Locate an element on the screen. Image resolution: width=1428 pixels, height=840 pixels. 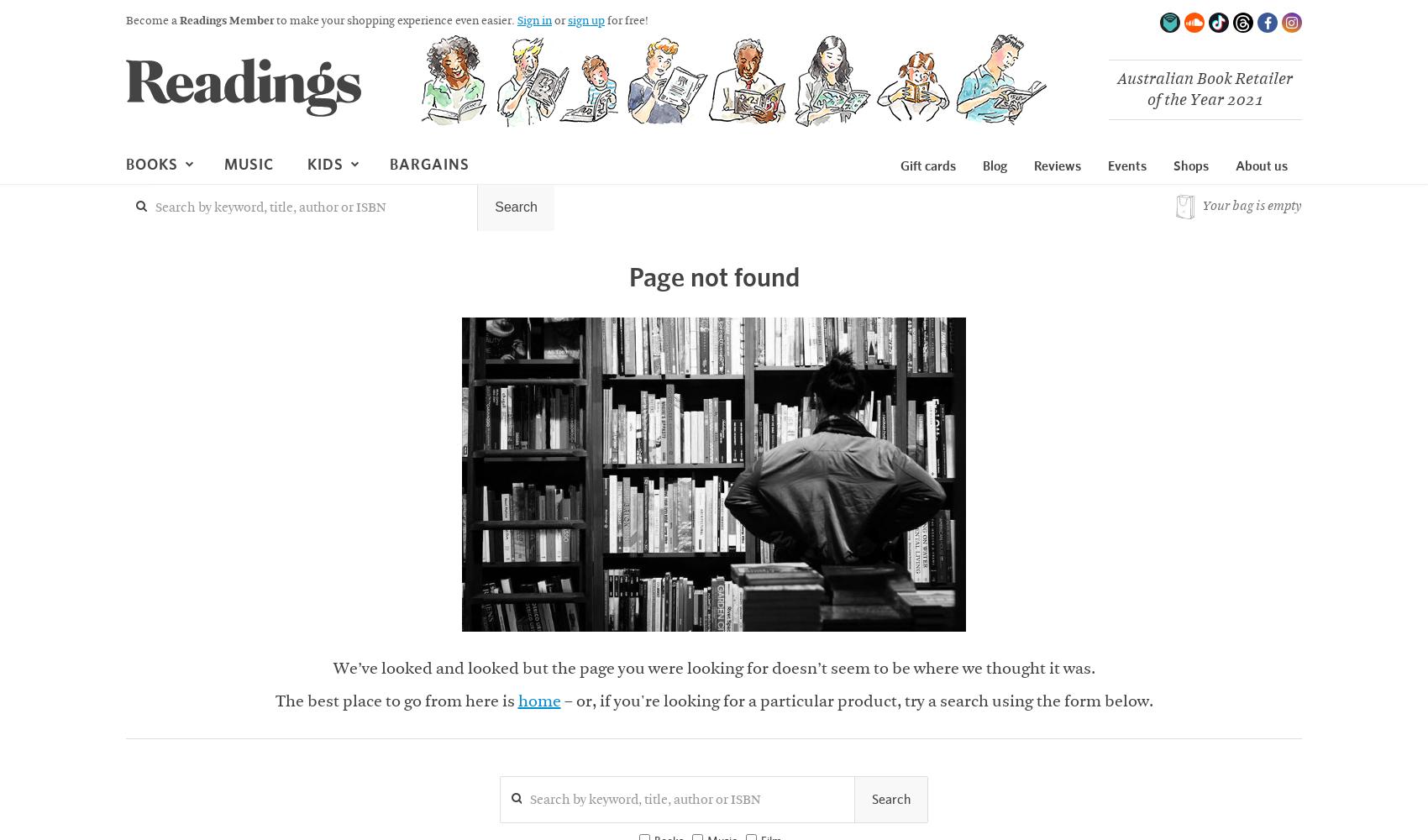
'Readings Member' is located at coordinates (226, 21).